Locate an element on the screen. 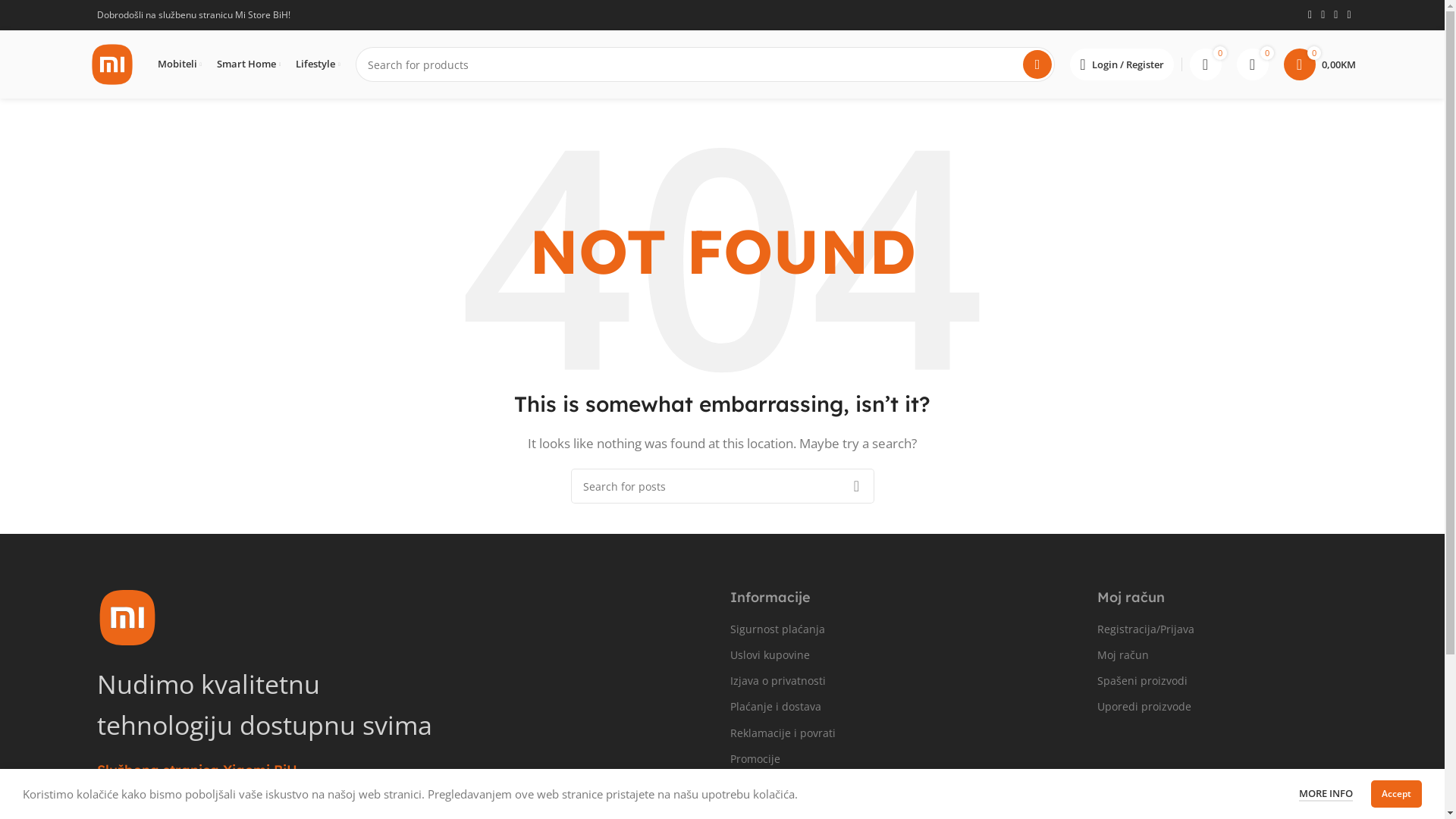 The height and width of the screenshot is (819, 1456). 'Login / Register' is located at coordinates (1121, 63).